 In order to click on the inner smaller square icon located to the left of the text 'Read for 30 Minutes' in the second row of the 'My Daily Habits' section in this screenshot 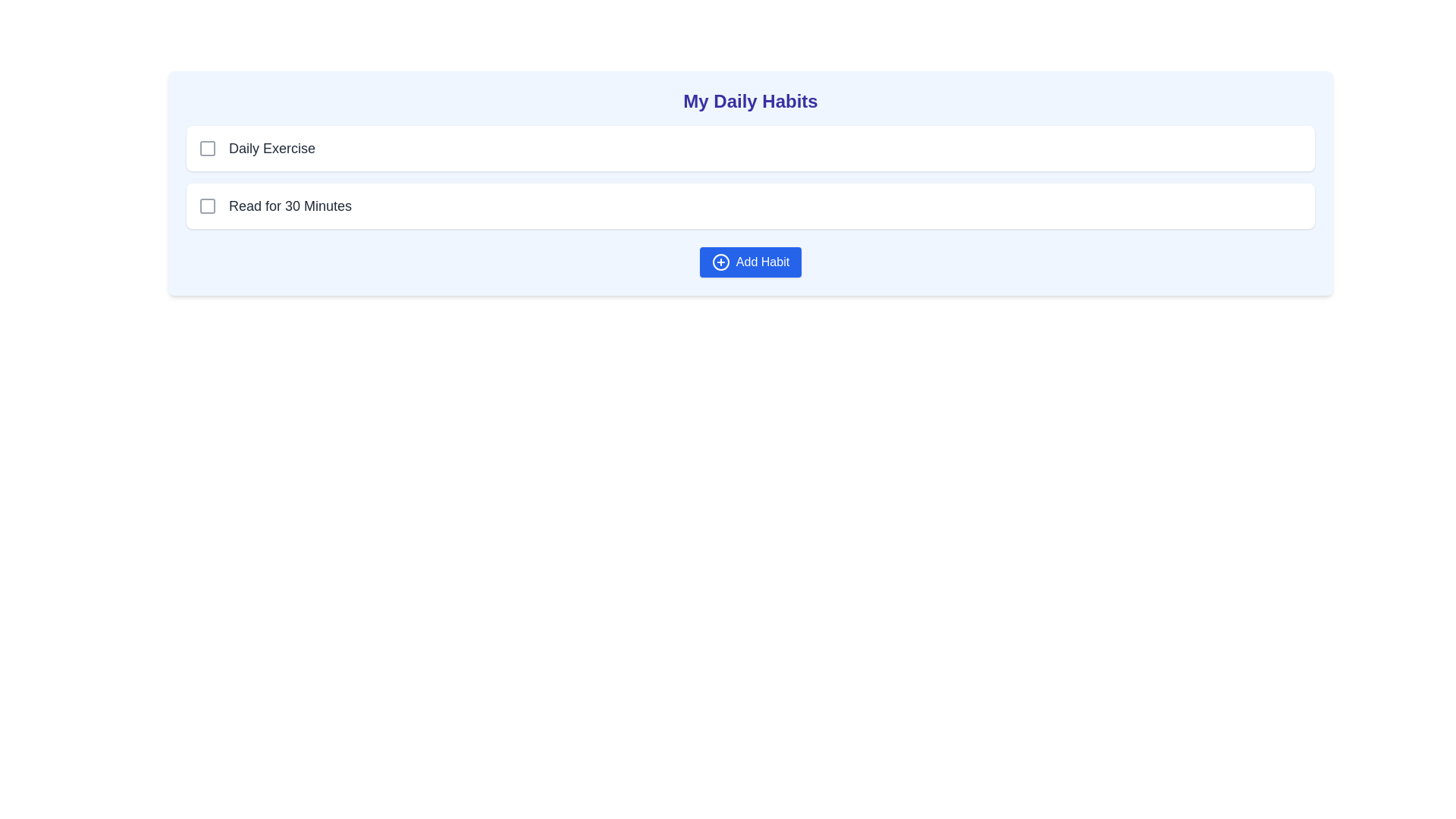, I will do `click(206, 206)`.